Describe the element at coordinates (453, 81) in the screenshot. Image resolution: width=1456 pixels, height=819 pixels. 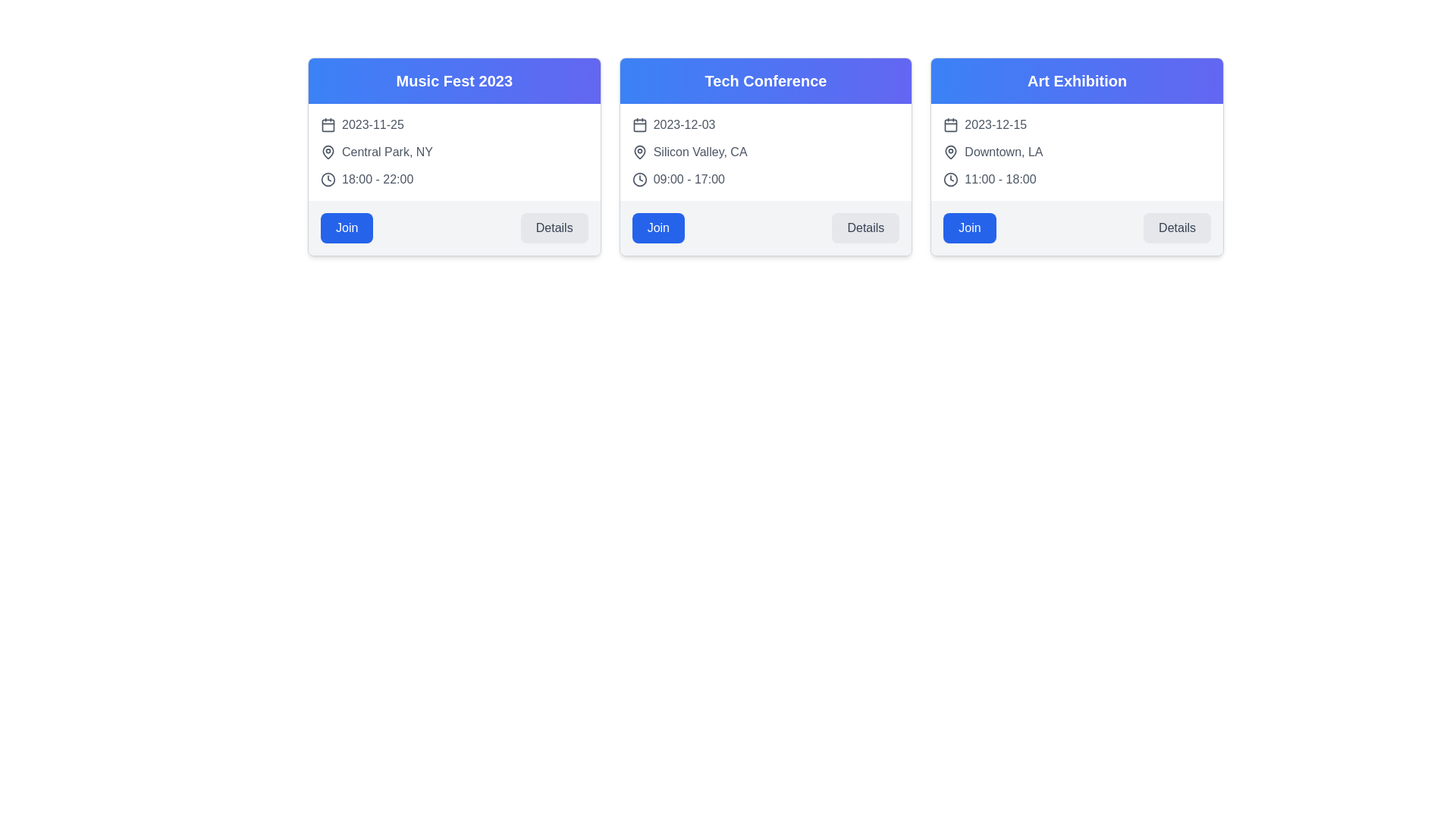
I see `the title banner of the event, which is the topmost section of the first card in a series of three horizontally aligned cards` at that location.